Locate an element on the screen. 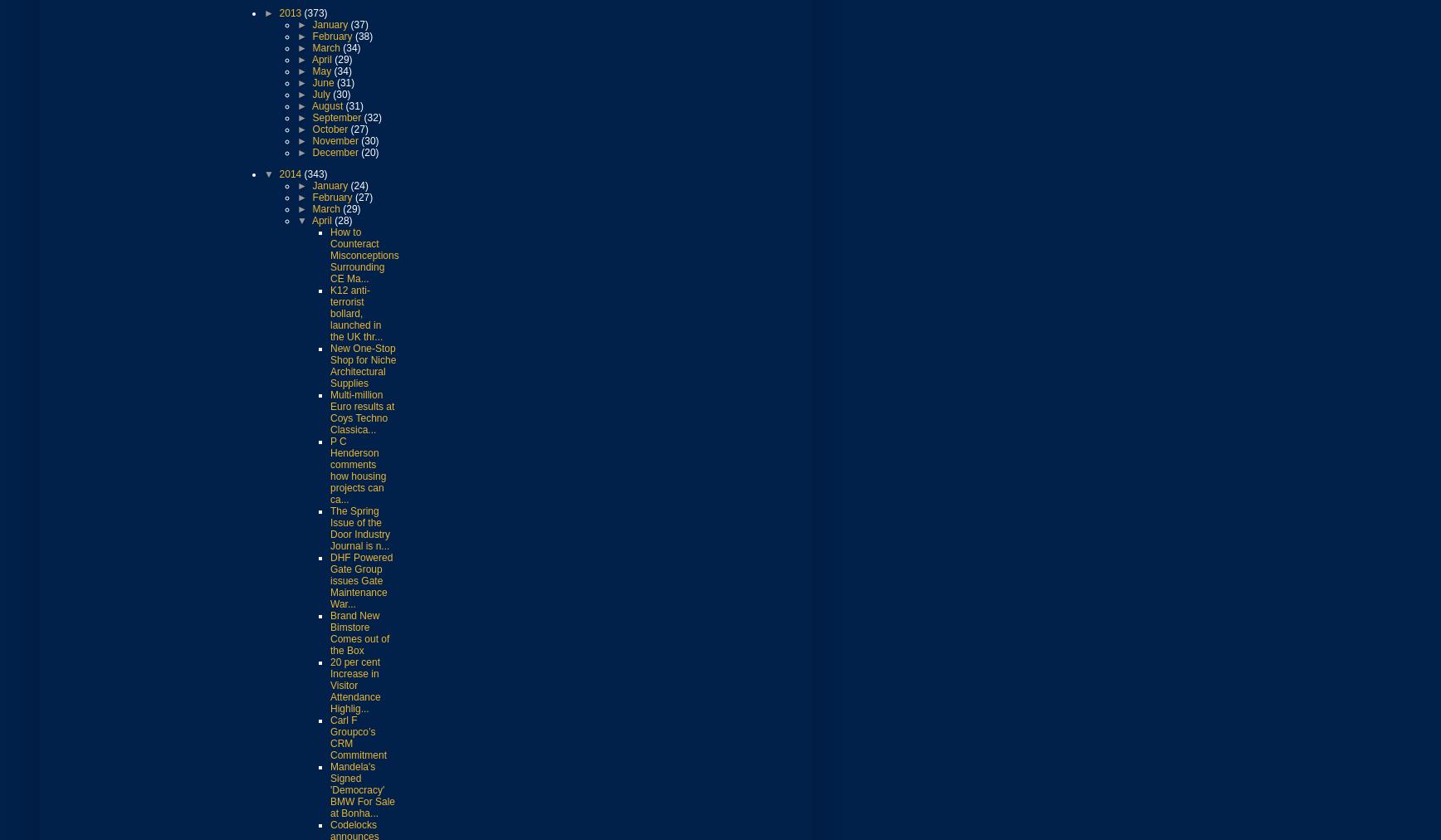 Image resolution: width=1441 pixels, height=840 pixels. 'Brand New Bimstore Comes out of the Box' is located at coordinates (359, 632).